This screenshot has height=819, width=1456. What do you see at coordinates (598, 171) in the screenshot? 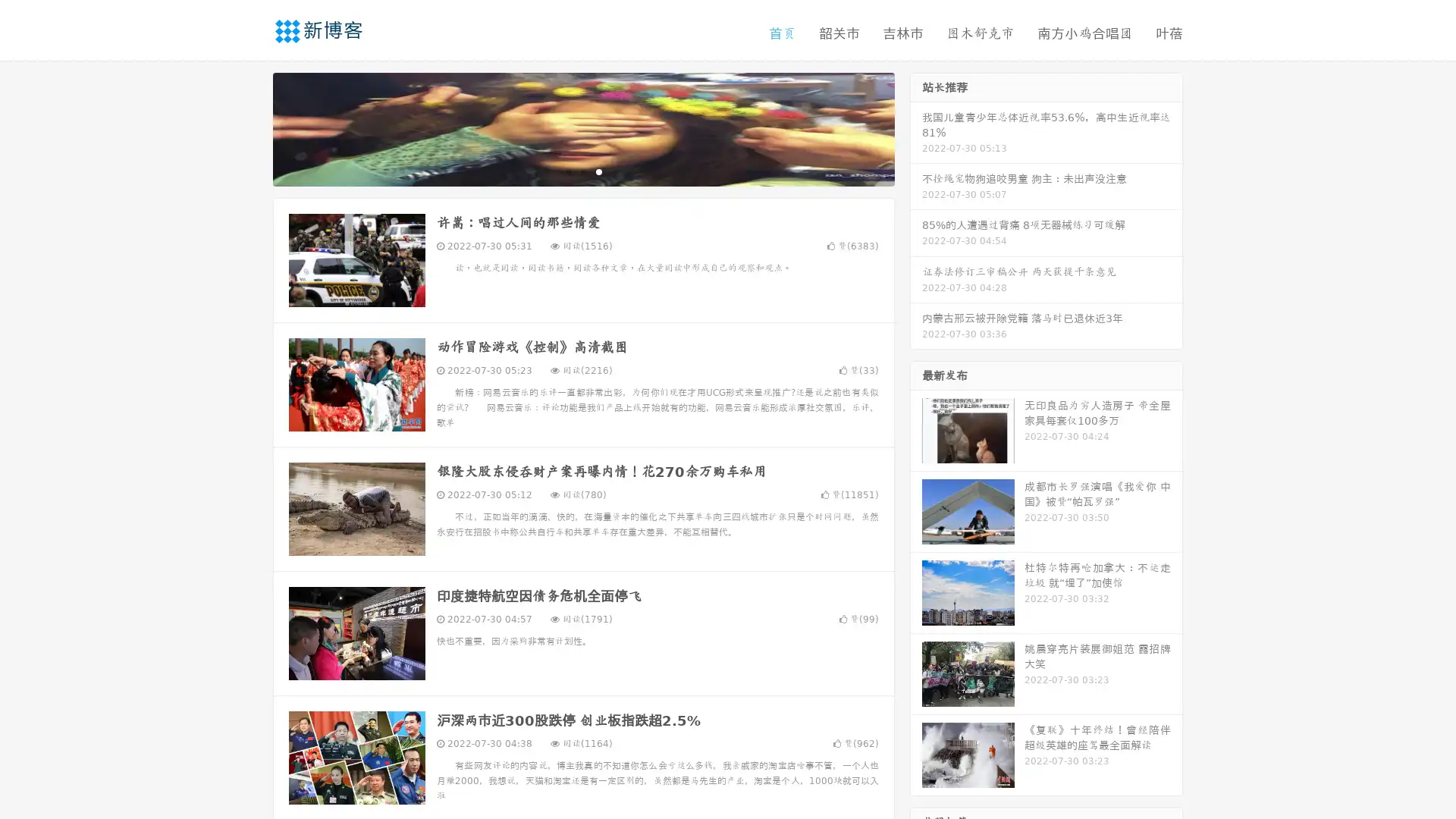
I see `Go to slide 3` at bounding box center [598, 171].